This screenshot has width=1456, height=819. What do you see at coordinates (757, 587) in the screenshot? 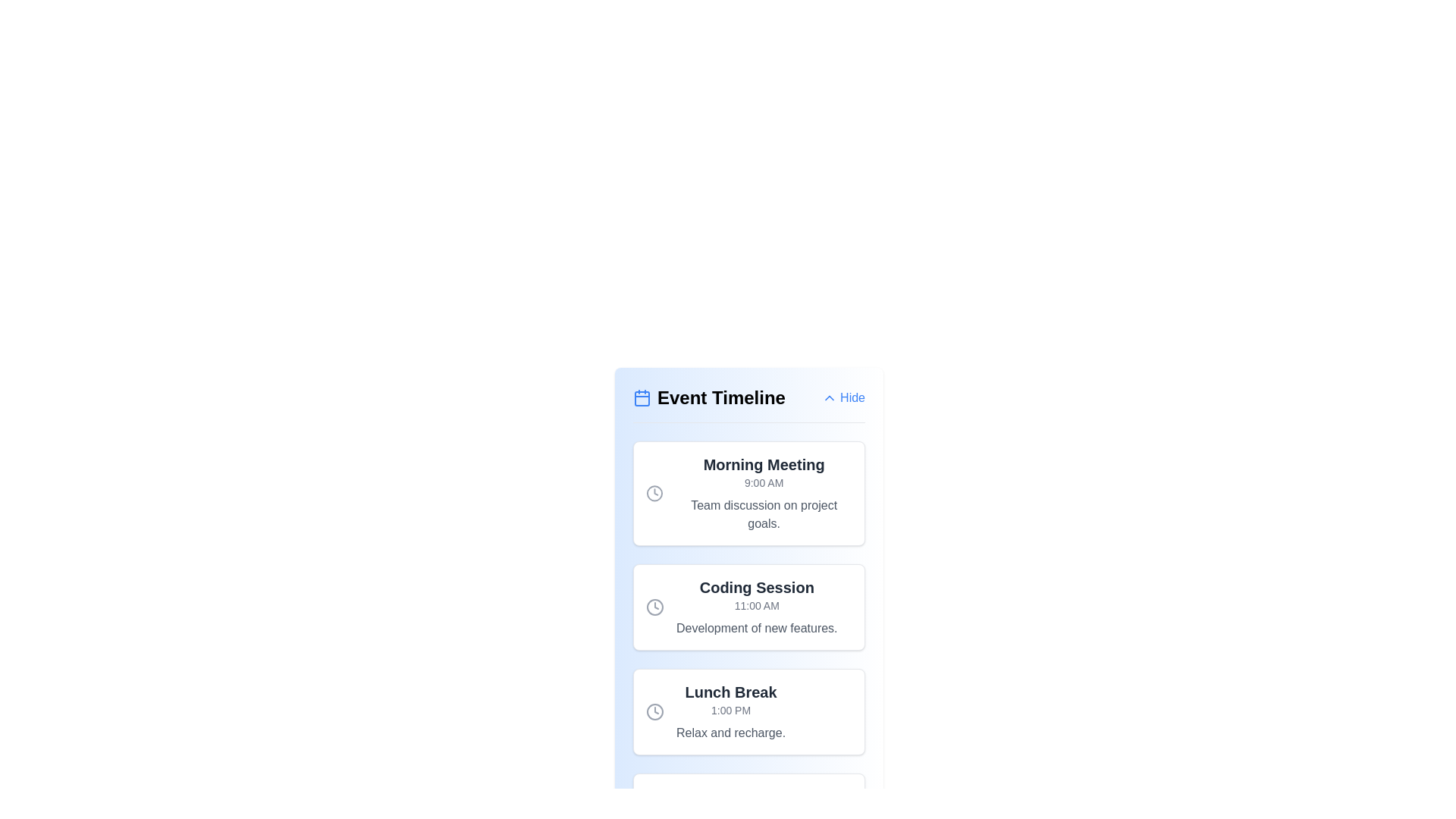
I see `title text of the event listed in the second card under the 'Event Timeline' section, positioned above the time label showing '11:00 AM'` at bounding box center [757, 587].